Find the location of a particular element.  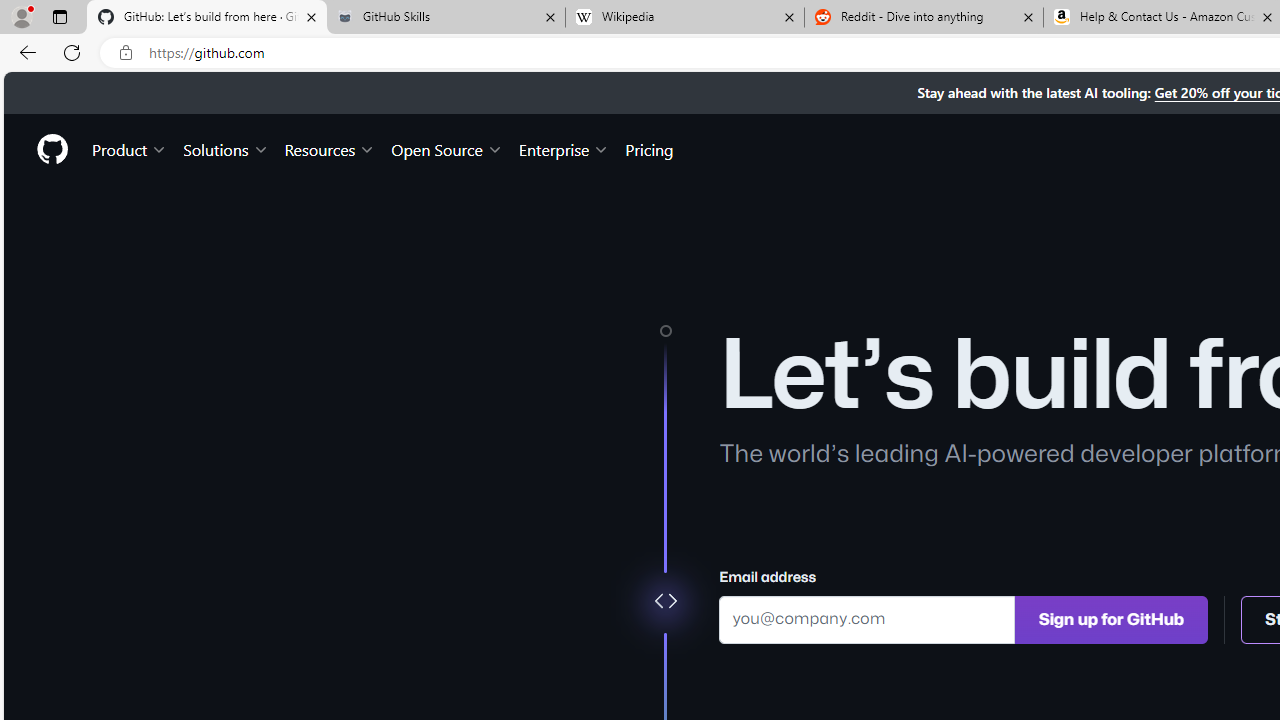

'Enterprise' is located at coordinates (562, 148).